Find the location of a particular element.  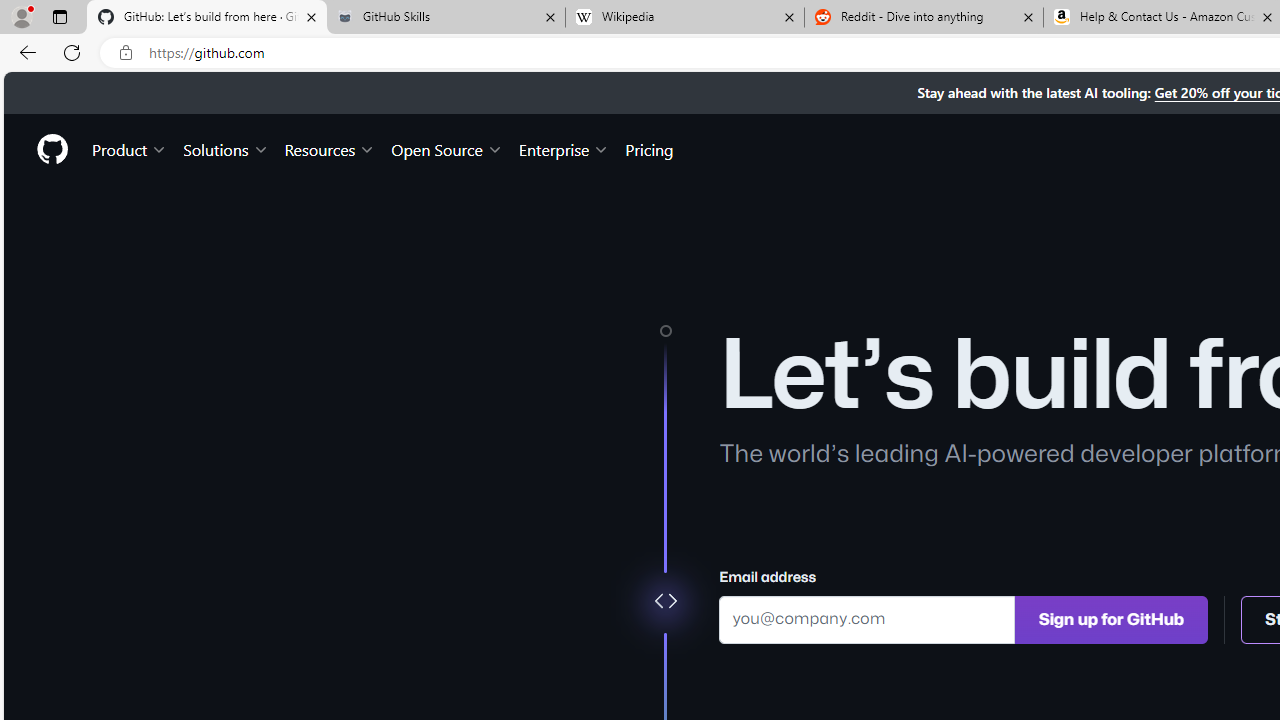

'Enterprise' is located at coordinates (562, 148).